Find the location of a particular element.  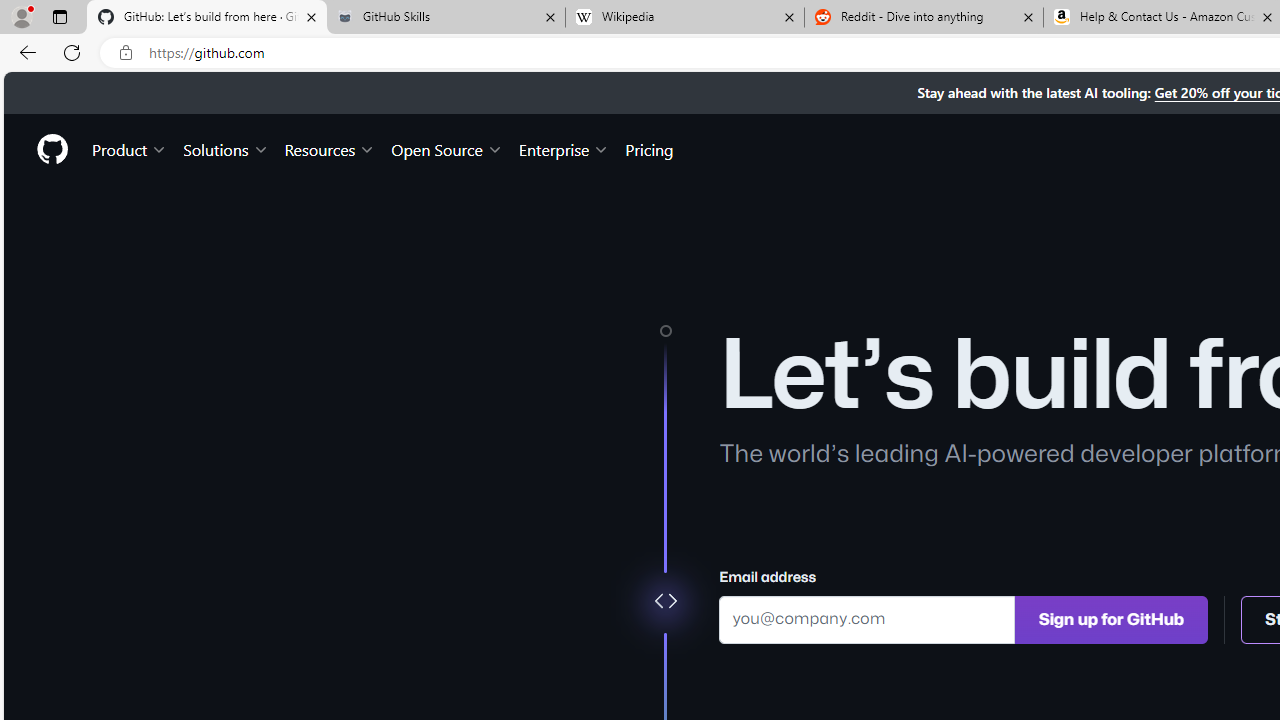

'Enterprise' is located at coordinates (562, 148).